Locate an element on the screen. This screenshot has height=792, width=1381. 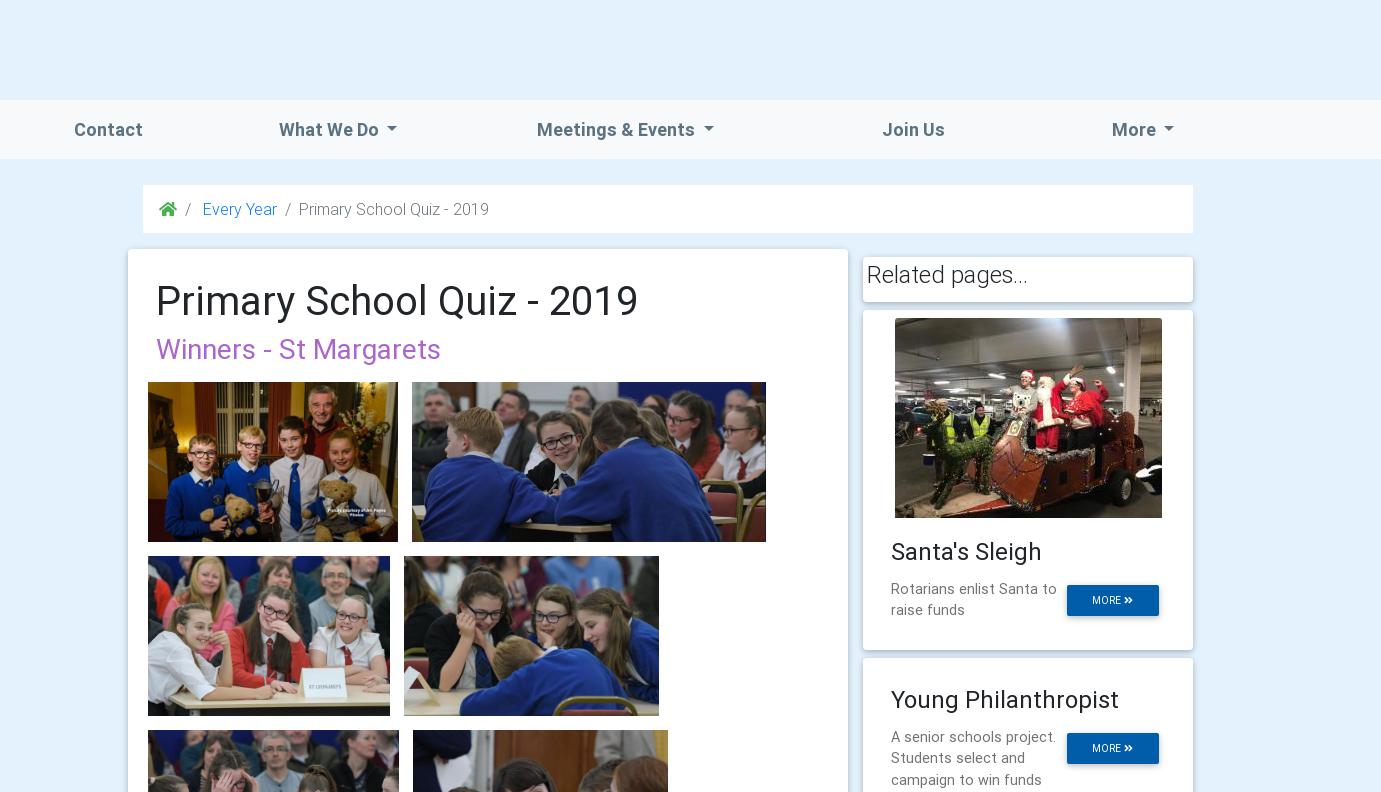
'Santa's Sleigh' is located at coordinates (891, 550).